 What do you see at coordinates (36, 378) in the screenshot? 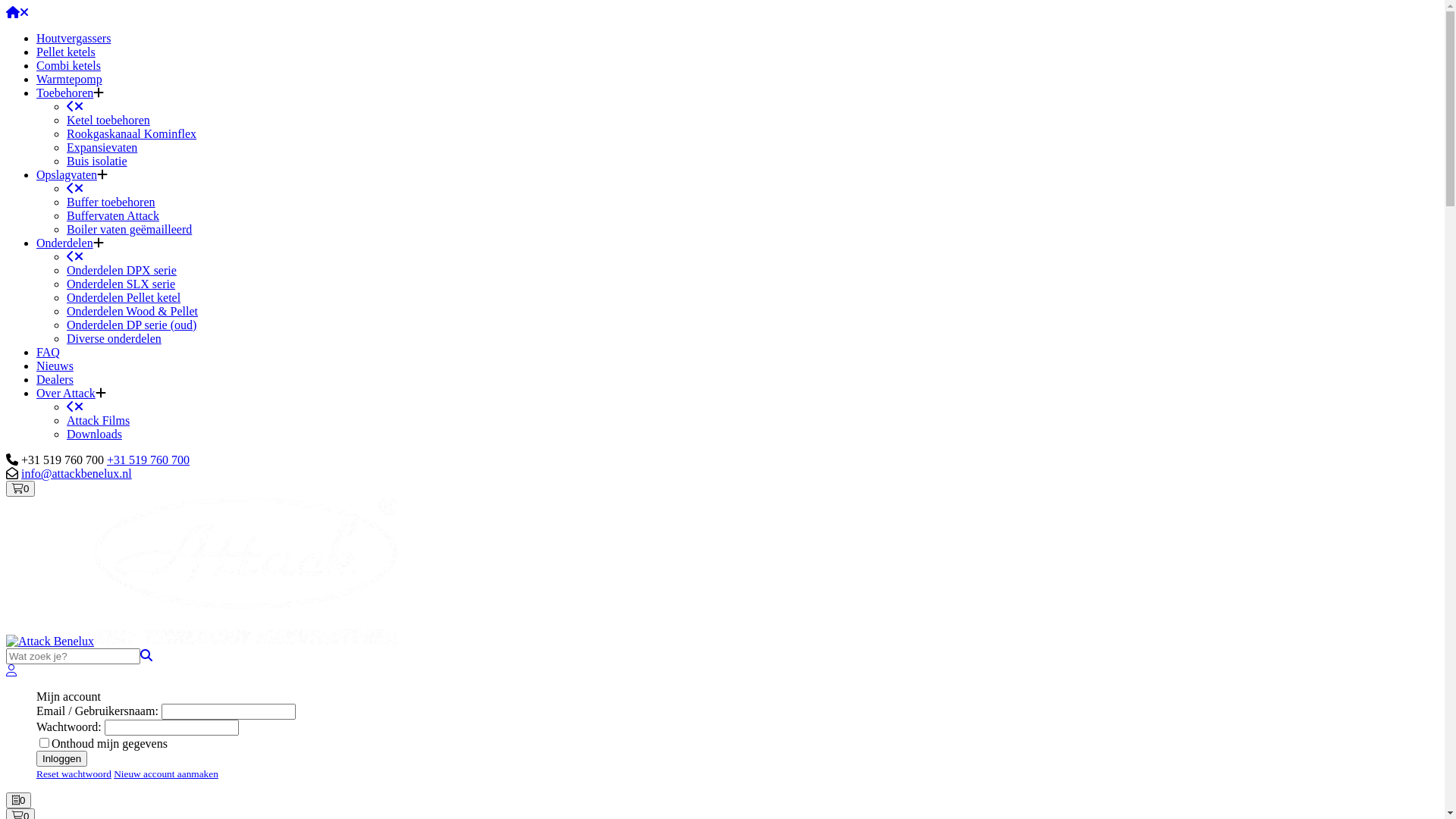
I see `'Dealers'` at bounding box center [36, 378].